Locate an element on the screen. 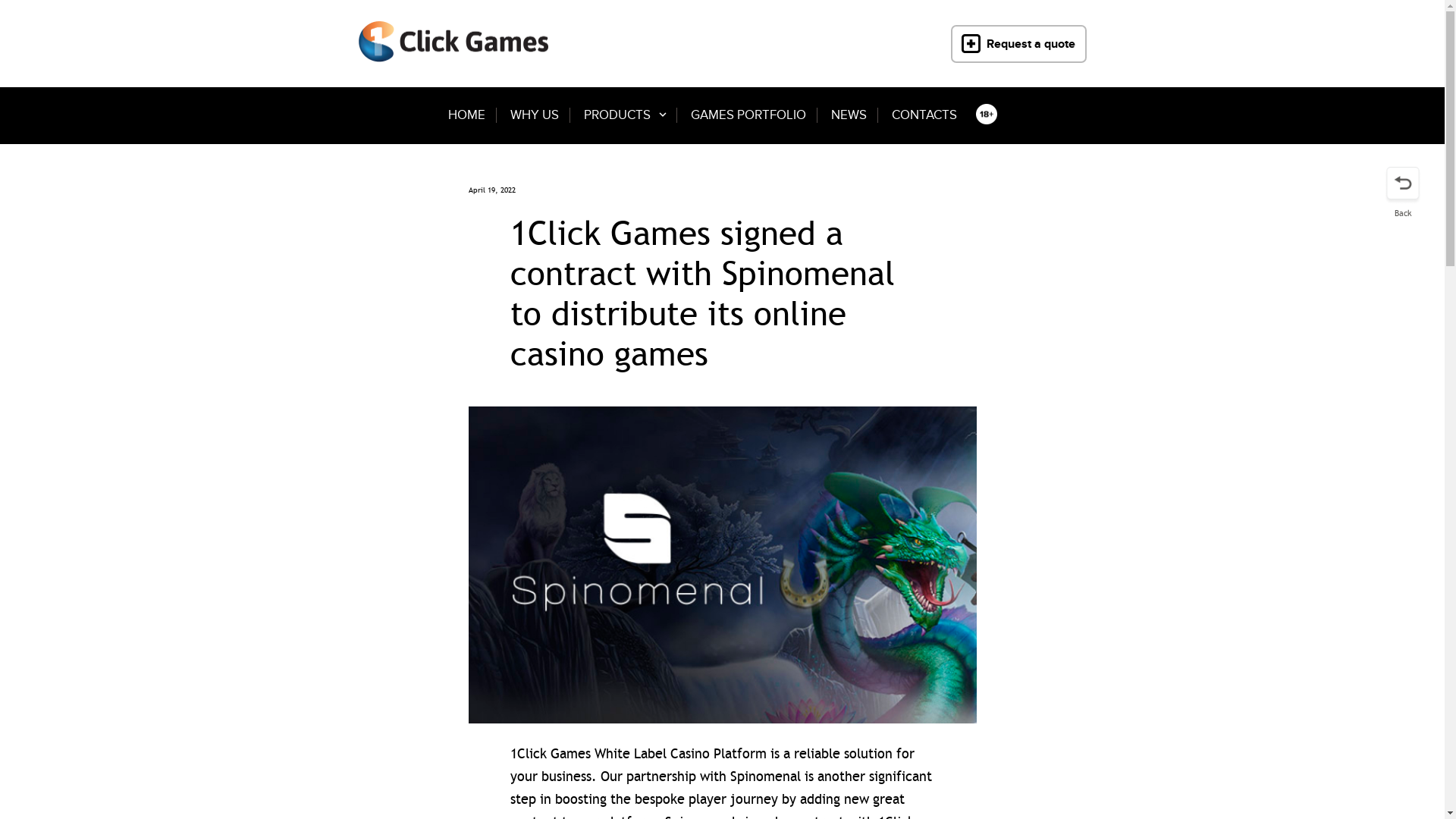 This screenshot has height=819, width=1456. 'WHY US' is located at coordinates (534, 115).